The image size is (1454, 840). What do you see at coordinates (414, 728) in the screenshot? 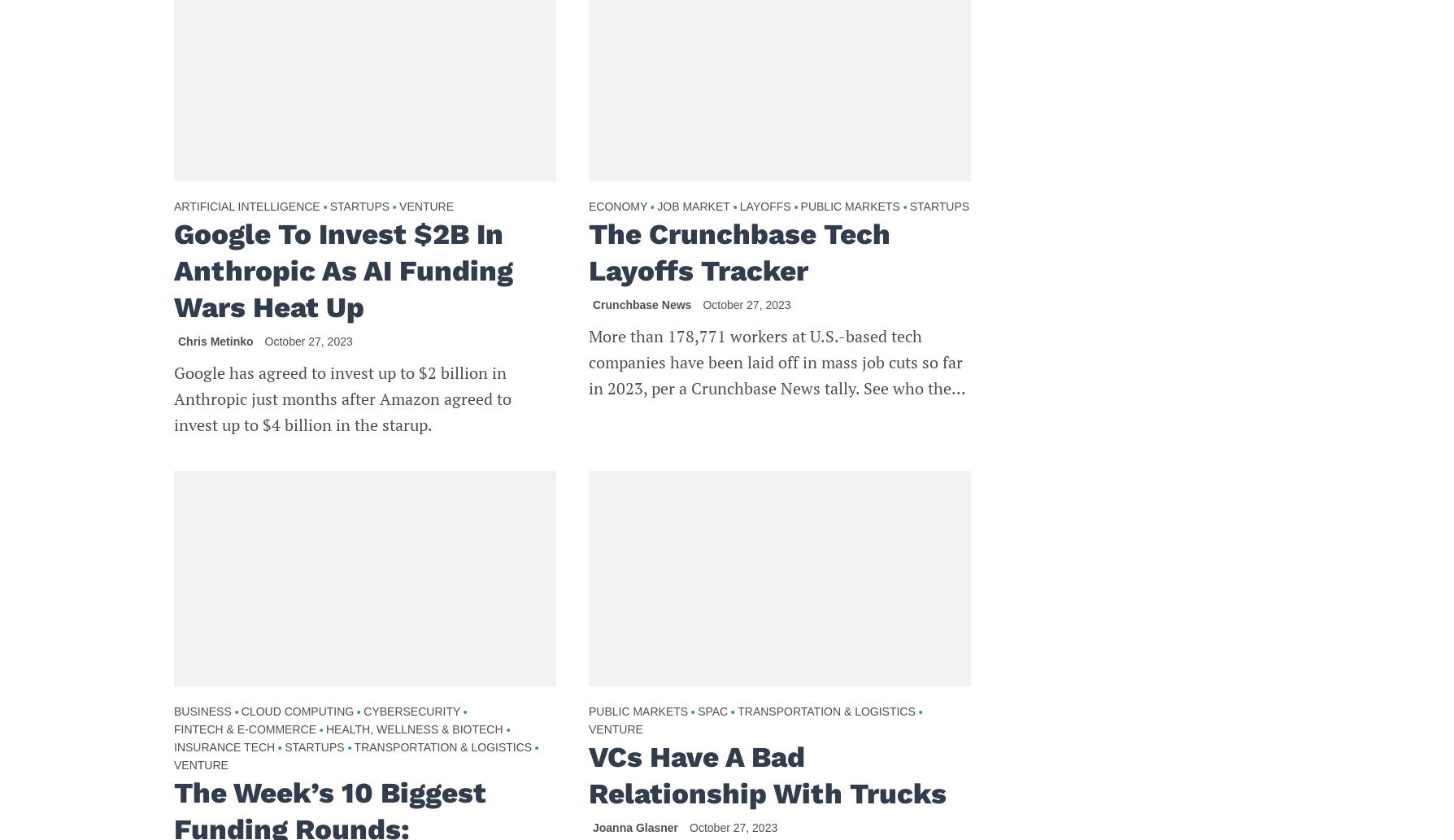
I see `'Health, Wellness & Biotech'` at bounding box center [414, 728].